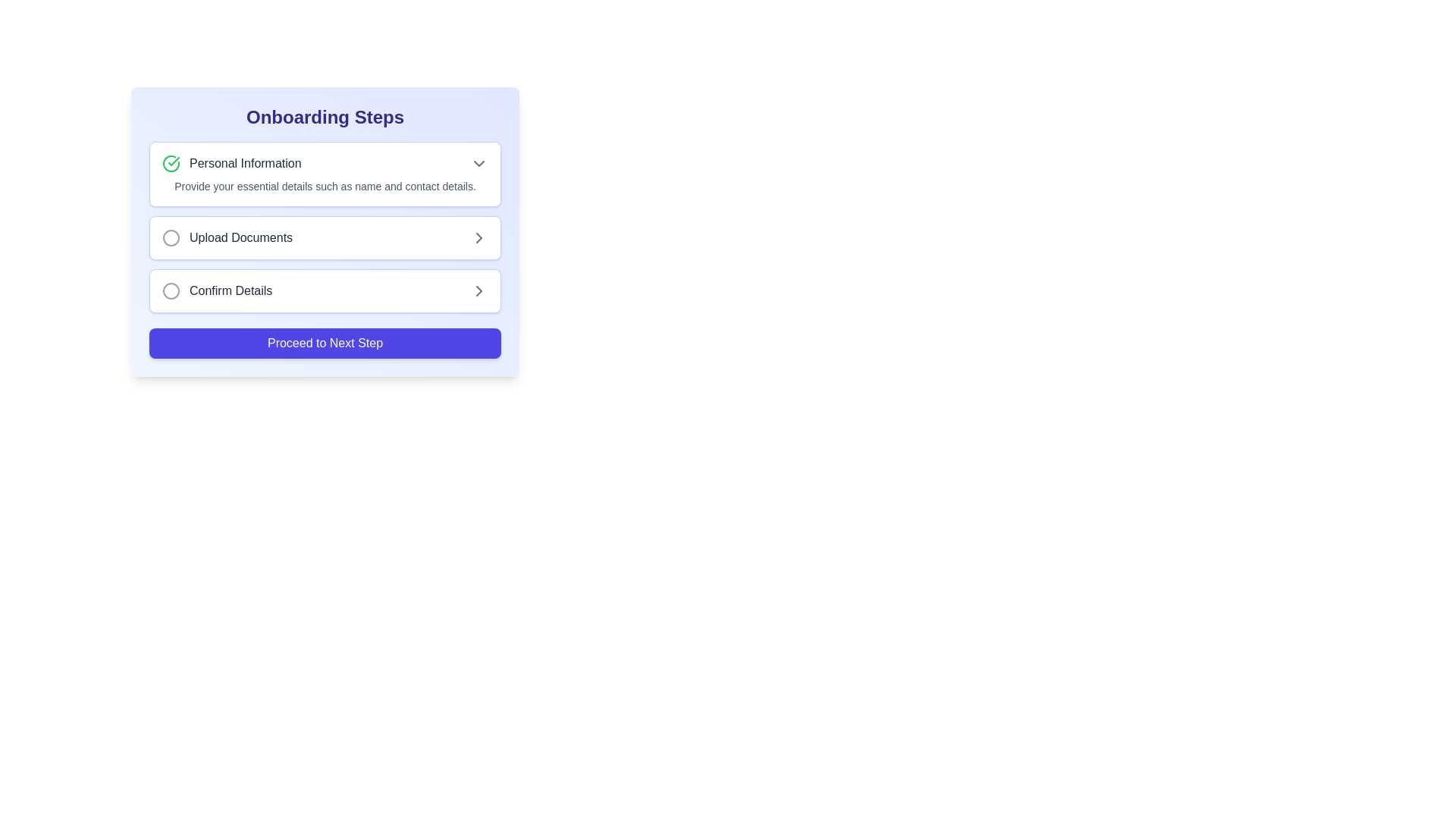 Image resolution: width=1456 pixels, height=819 pixels. I want to click on the Circle icon that indicates an incomplete step in the checklist, located next to the label 'Confirm Details' in the third list item of the 'Onboarding Steps' card interface, so click(171, 291).